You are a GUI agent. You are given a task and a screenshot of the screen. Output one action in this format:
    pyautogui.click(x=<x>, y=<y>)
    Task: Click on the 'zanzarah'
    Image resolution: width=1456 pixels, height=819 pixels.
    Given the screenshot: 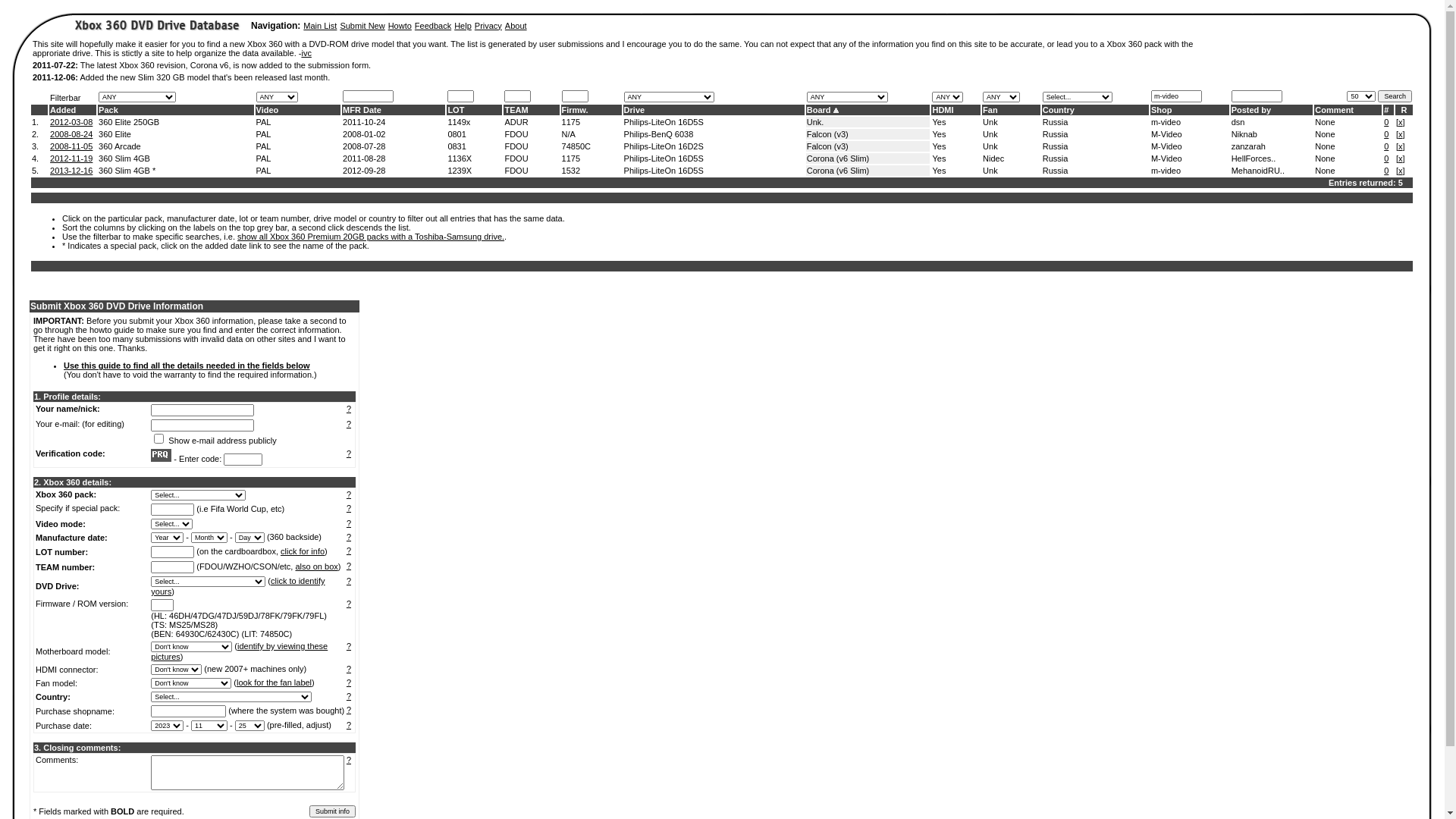 What is the action you would take?
    pyautogui.click(x=1248, y=146)
    